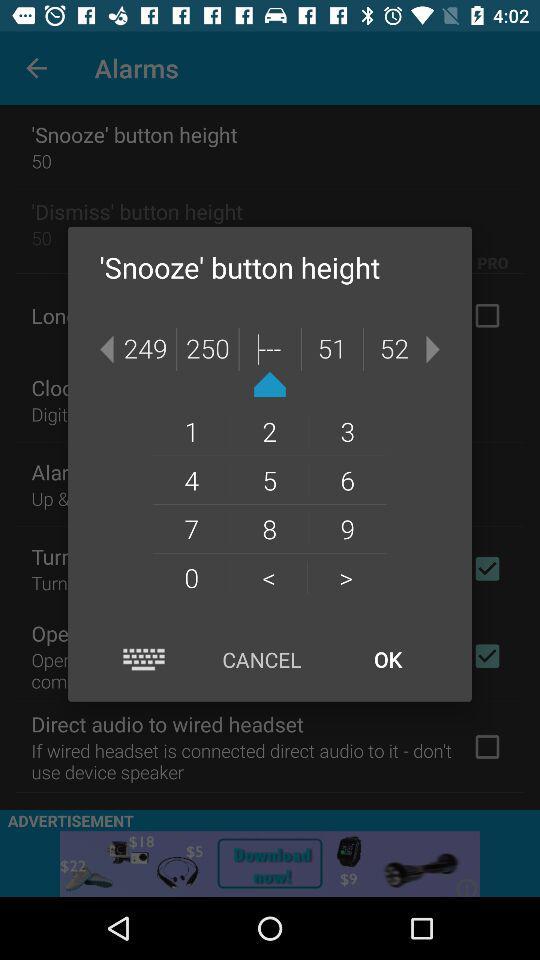 Image resolution: width=540 pixels, height=960 pixels. I want to click on the 8, so click(269, 527).